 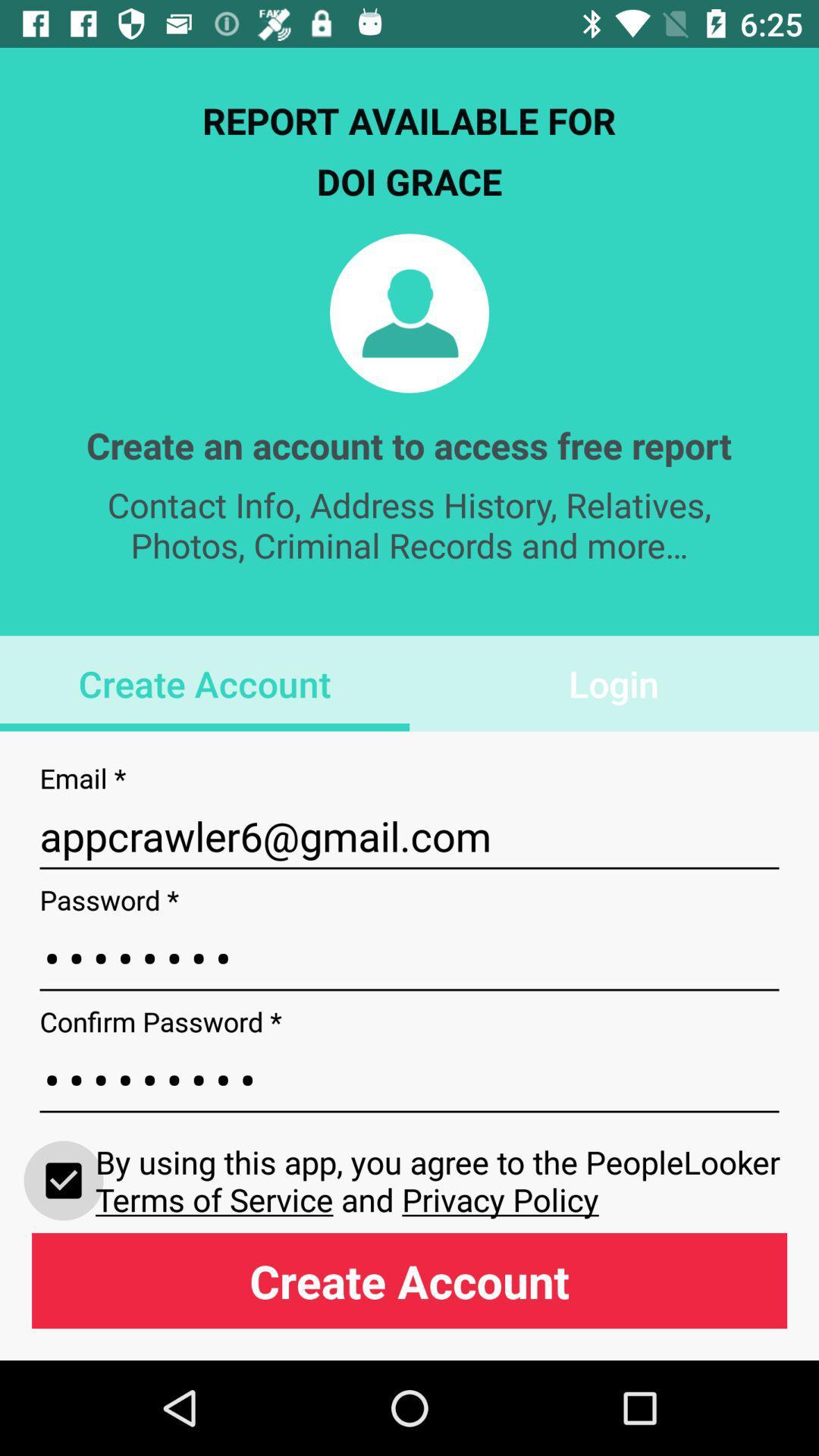 What do you see at coordinates (409, 836) in the screenshot?
I see `the appcrawler6@gmail.com` at bounding box center [409, 836].